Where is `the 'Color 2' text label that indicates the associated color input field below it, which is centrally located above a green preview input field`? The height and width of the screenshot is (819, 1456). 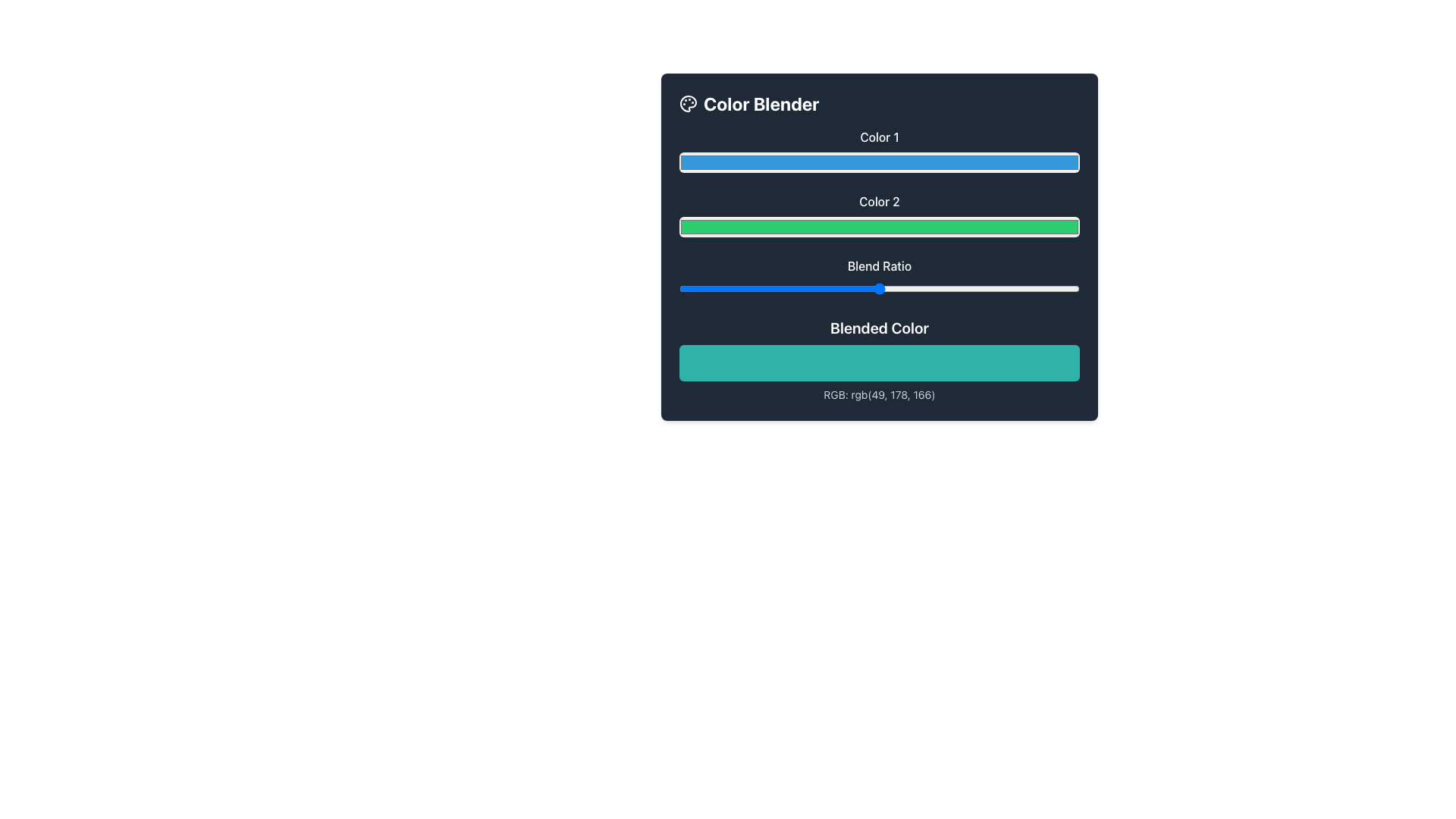 the 'Color 2' text label that indicates the associated color input field below it, which is centrally located above a green preview input field is located at coordinates (880, 201).